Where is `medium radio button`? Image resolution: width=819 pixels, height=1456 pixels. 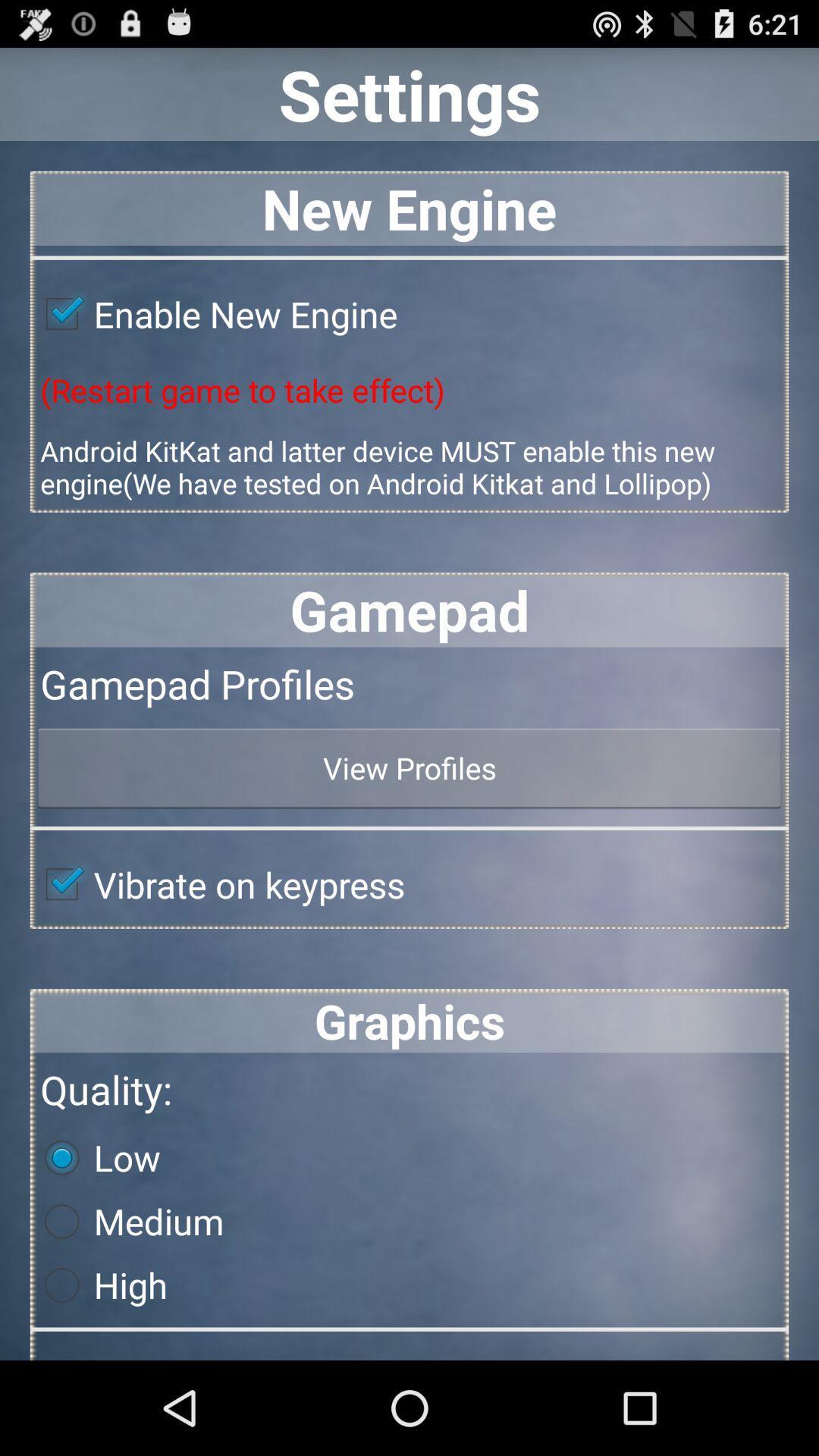
medium radio button is located at coordinates (127, 1222).